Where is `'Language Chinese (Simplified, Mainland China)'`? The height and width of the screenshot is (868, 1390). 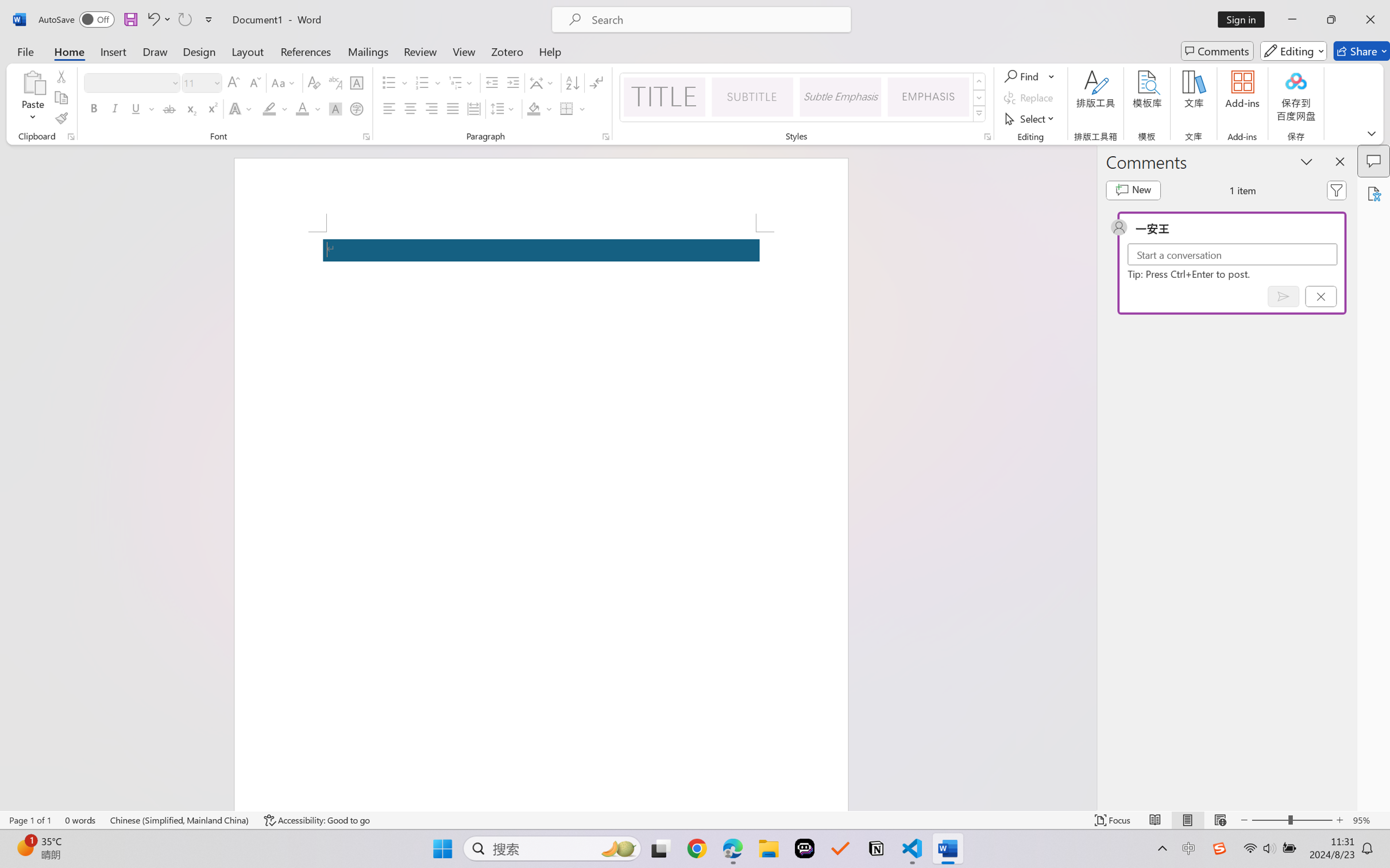 'Language Chinese (Simplified, Mainland China)' is located at coordinates (180, 820).